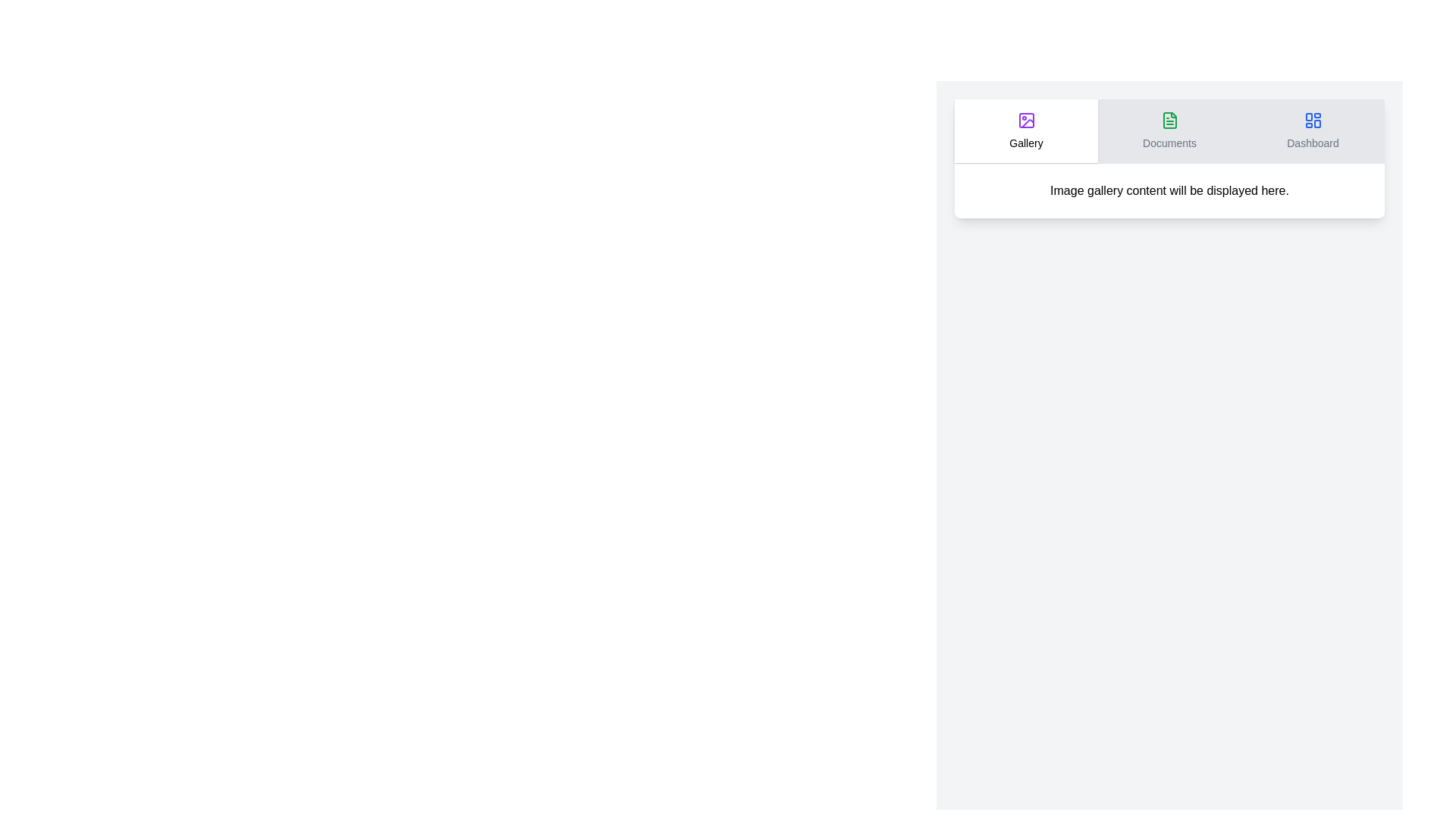  Describe the element at coordinates (1026, 130) in the screenshot. I see `the Gallery tab by clicking its header` at that location.